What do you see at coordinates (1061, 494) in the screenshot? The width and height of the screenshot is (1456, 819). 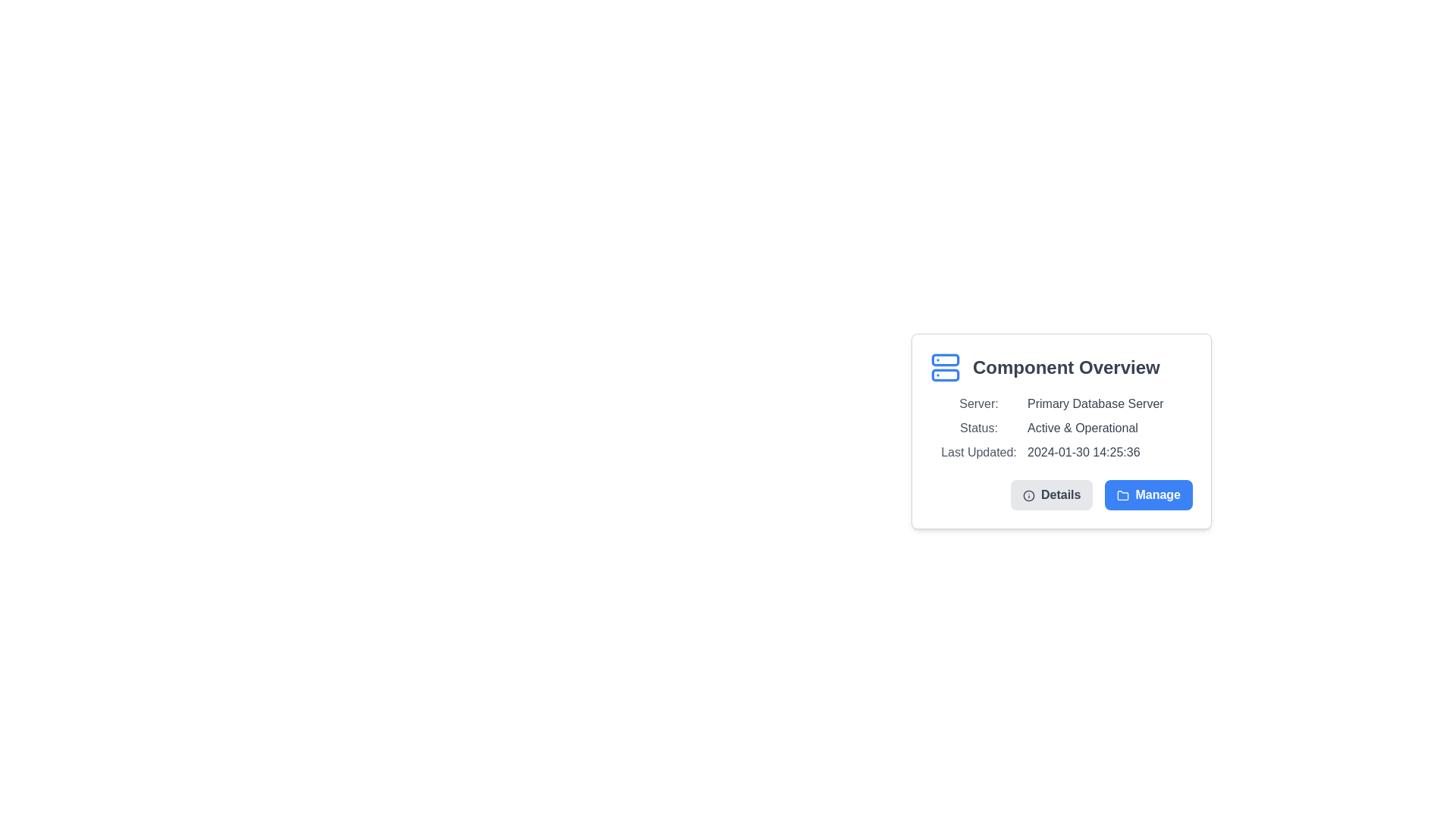 I see `the 'Details' button, which is a rectangular button with rounded corners, light gray background, and dark gray text, located in the bottom-right segment of the 'Component Overview' card` at bounding box center [1061, 494].